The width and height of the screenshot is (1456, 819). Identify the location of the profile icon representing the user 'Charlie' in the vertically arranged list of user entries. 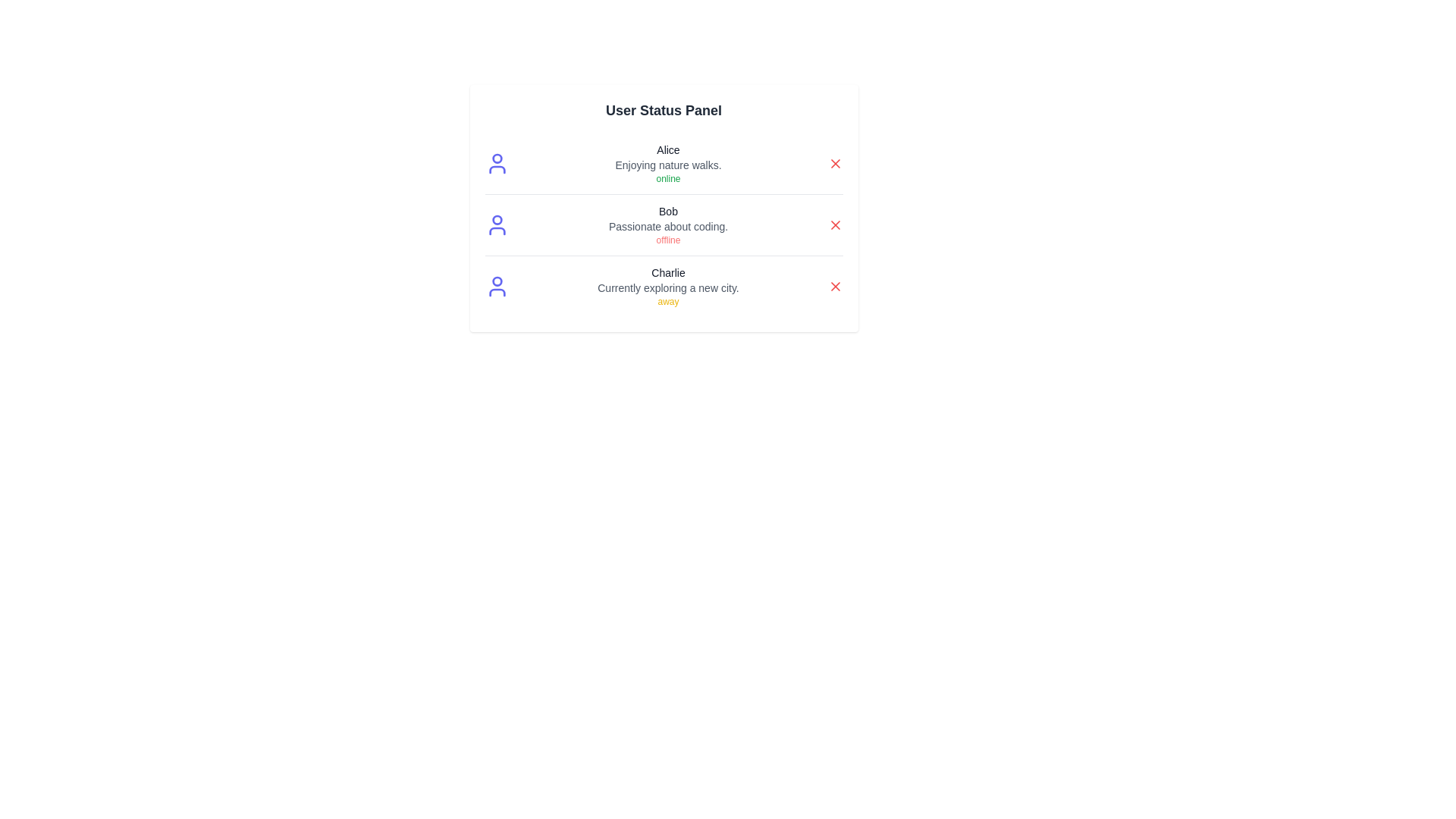
(497, 287).